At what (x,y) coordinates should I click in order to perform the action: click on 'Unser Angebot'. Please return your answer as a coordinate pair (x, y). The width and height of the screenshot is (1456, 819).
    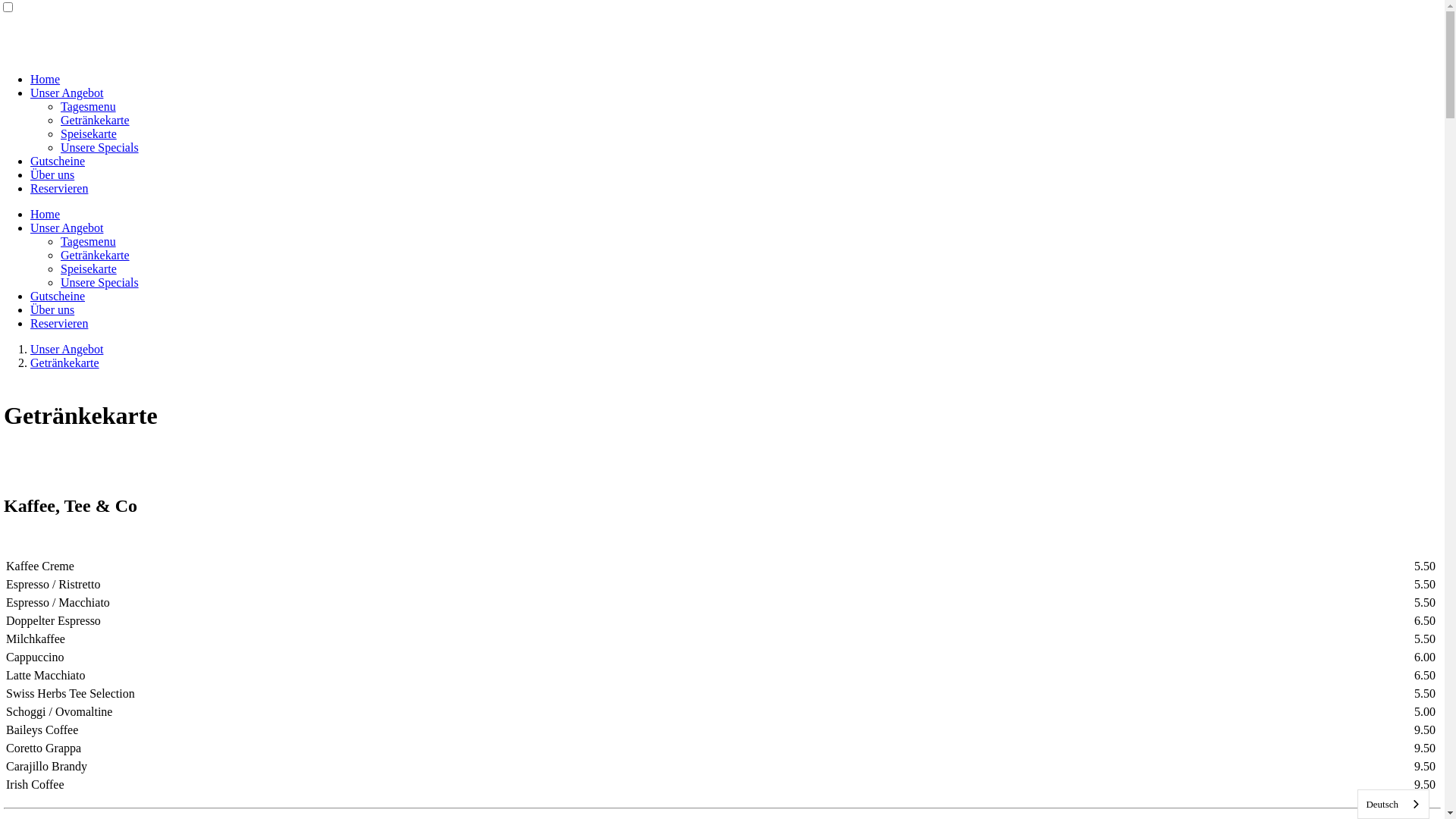
    Looking at the image, I should click on (65, 349).